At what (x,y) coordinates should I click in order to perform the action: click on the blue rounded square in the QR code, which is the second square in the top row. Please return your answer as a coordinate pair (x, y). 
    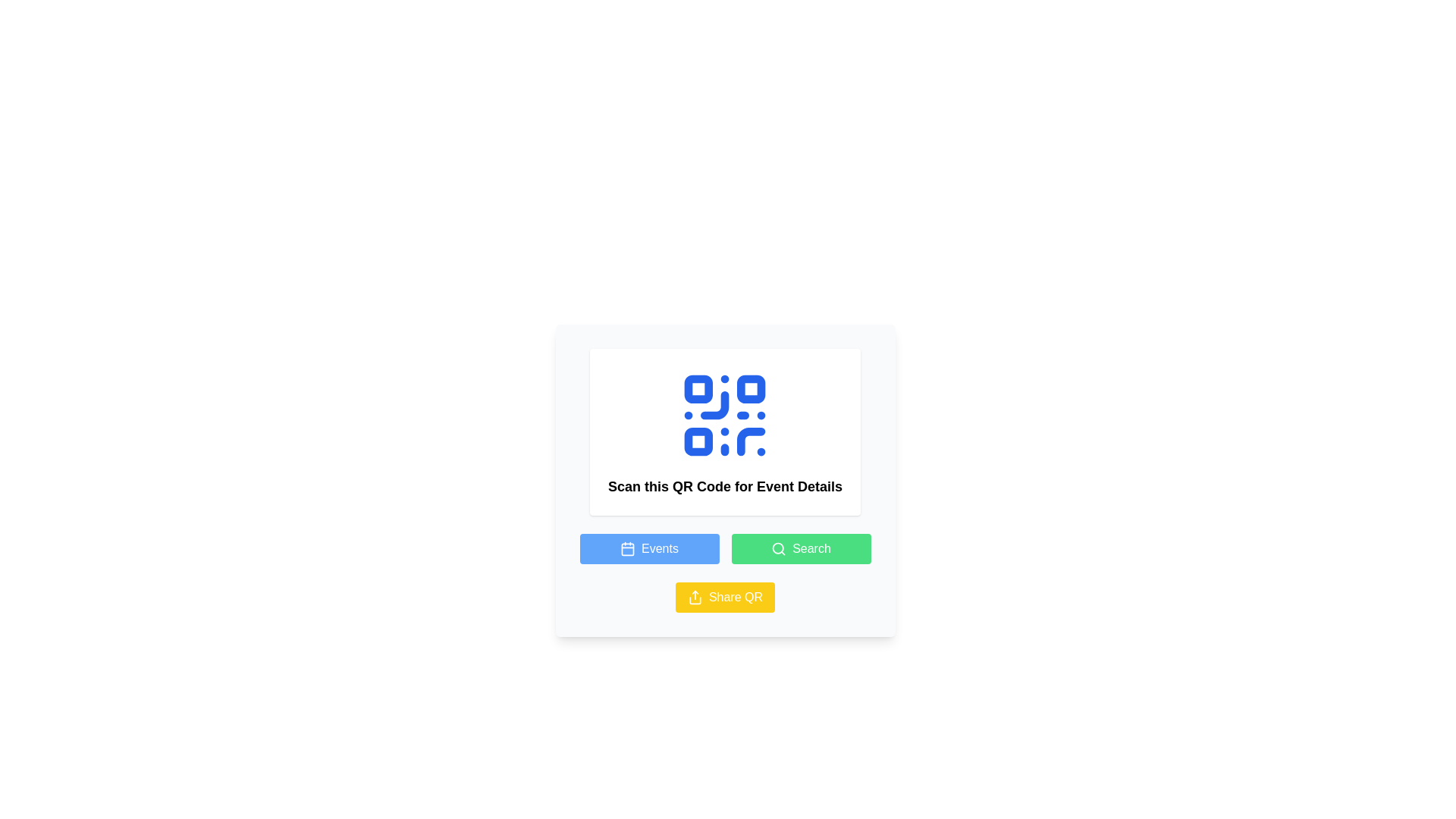
    Looking at the image, I should click on (752, 388).